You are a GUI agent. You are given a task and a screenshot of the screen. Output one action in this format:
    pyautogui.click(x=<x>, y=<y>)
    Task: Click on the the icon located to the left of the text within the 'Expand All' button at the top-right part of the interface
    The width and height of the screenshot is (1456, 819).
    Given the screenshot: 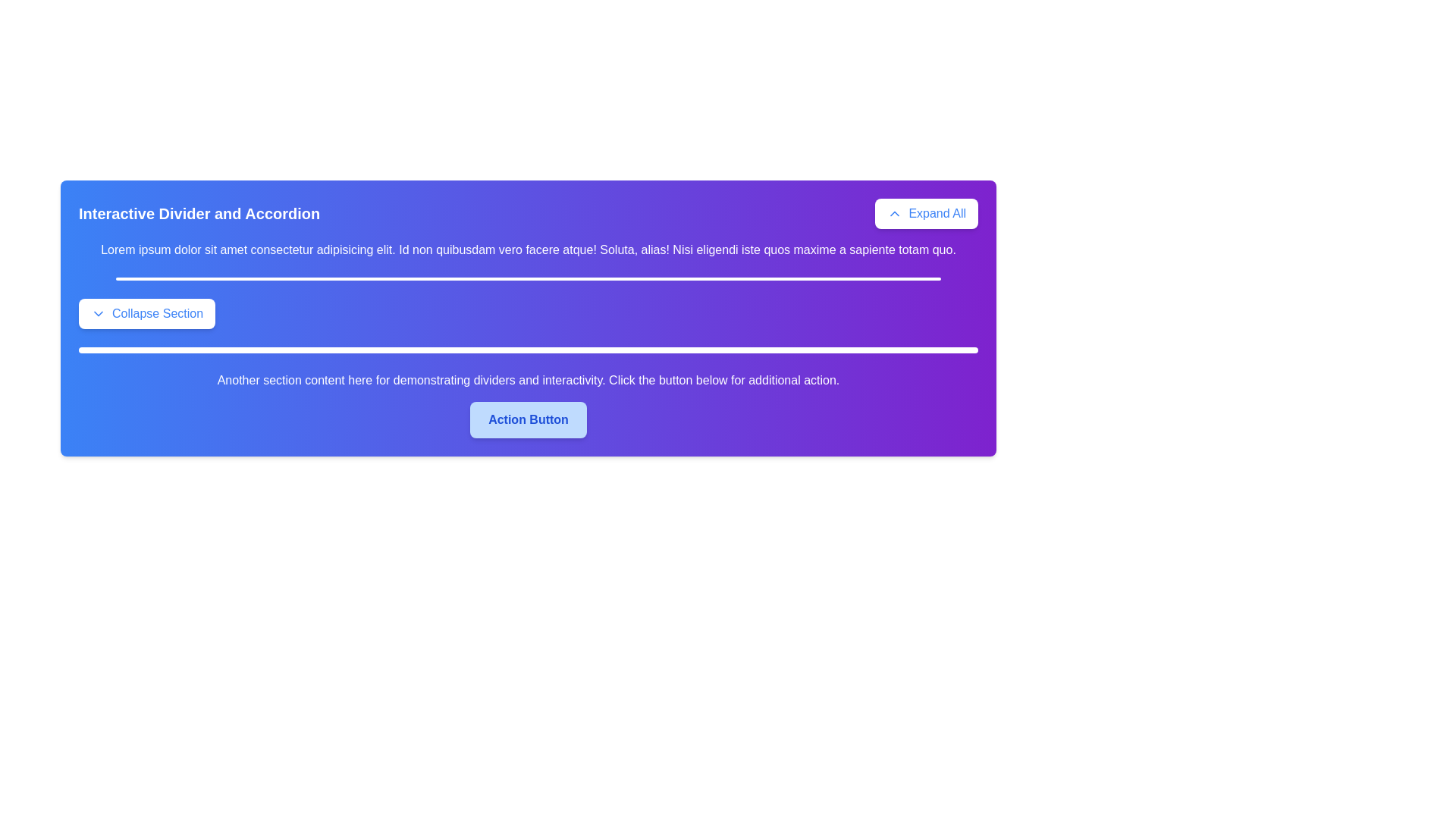 What is the action you would take?
    pyautogui.click(x=895, y=213)
    